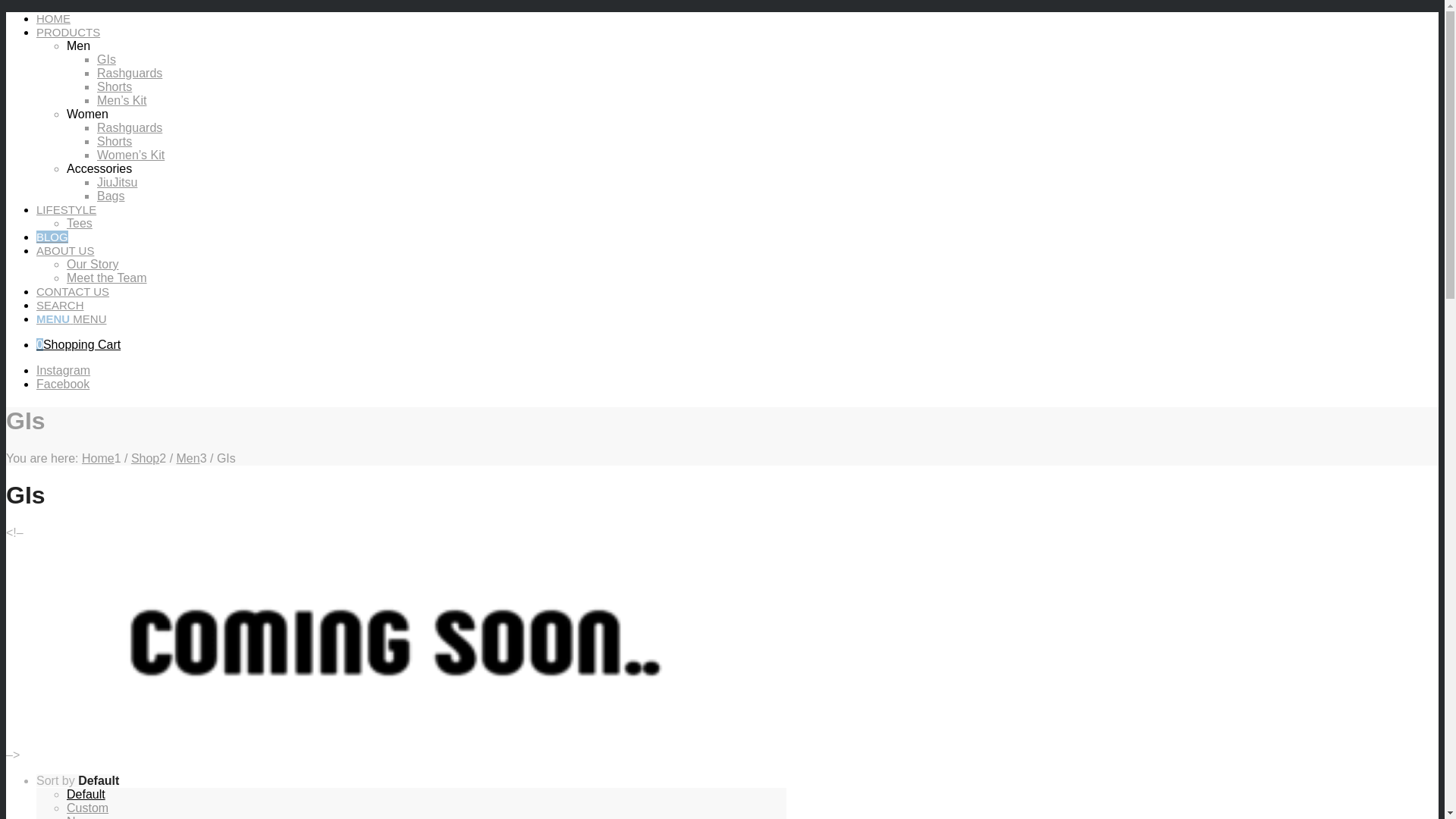 The height and width of the screenshot is (819, 1456). I want to click on 'SEARCH', so click(60, 305).